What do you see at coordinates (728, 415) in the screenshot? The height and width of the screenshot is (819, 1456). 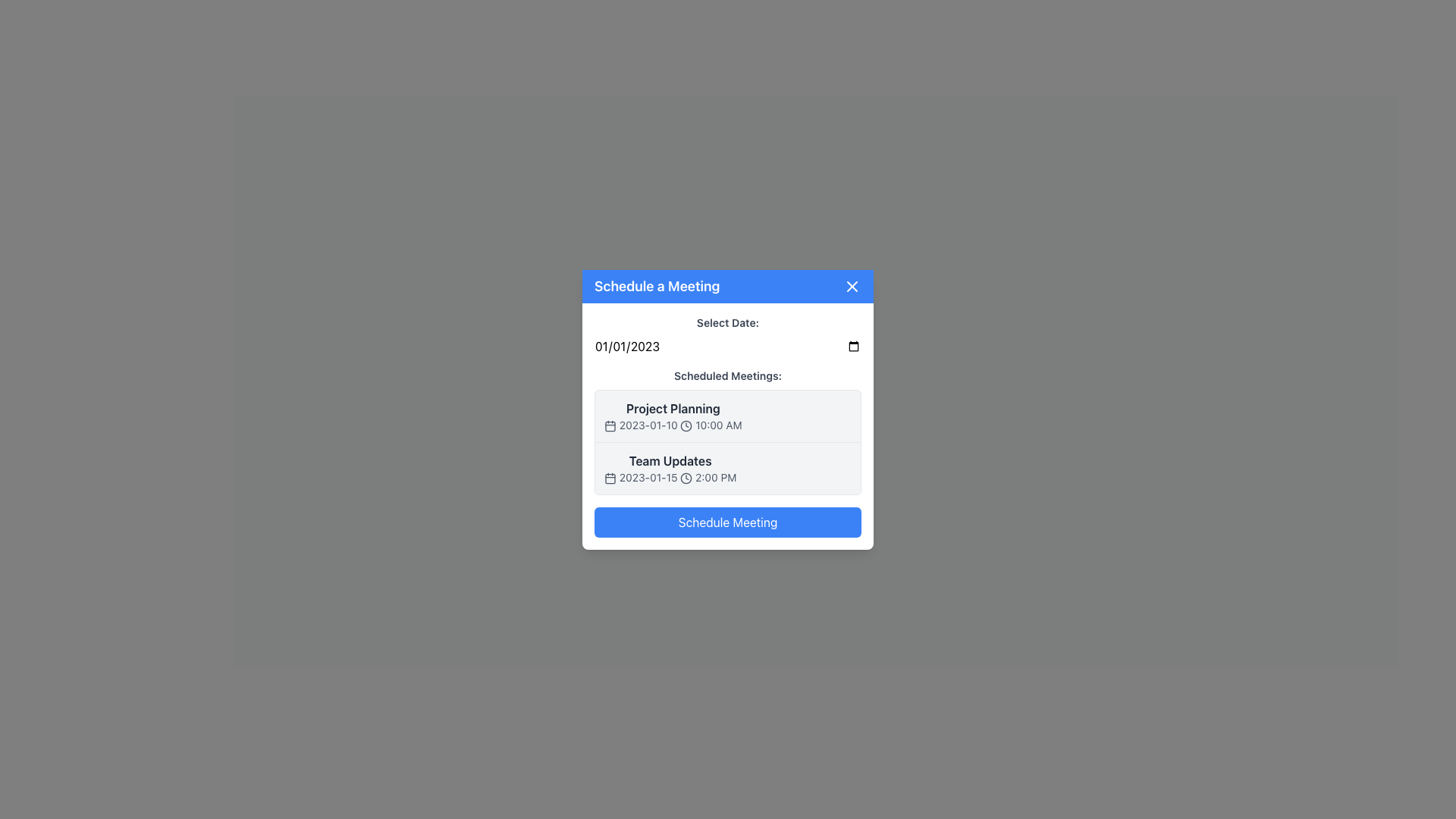 I see `the first entry in the 'Scheduled Meetings:' list that provides detailed information about a scheduled meeting, including title, date, and time` at bounding box center [728, 415].